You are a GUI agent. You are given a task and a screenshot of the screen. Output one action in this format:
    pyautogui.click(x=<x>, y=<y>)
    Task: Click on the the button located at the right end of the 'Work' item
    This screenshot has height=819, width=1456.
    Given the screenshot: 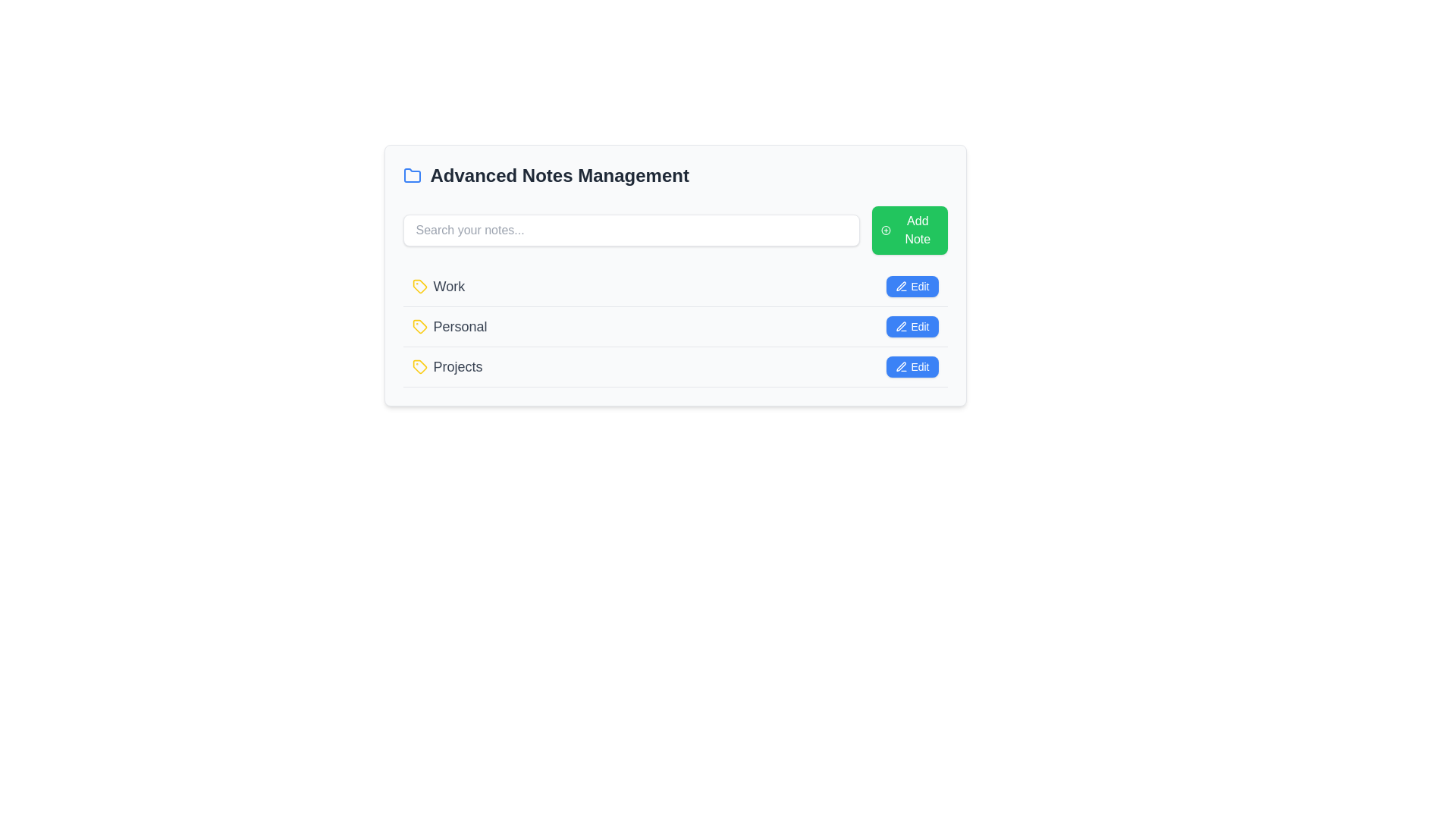 What is the action you would take?
    pyautogui.click(x=912, y=287)
    